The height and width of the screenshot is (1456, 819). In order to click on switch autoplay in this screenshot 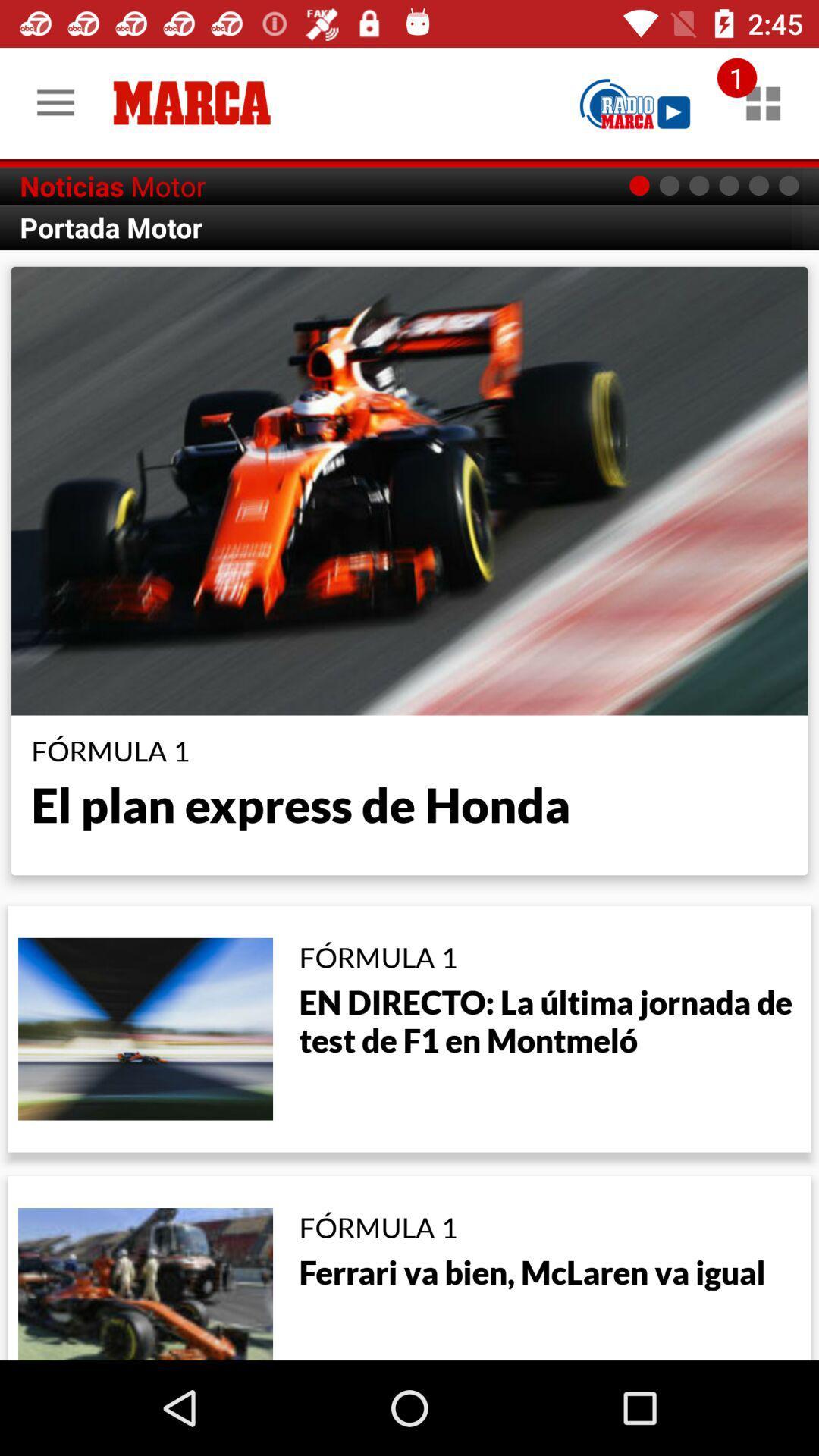, I will do `click(635, 102)`.